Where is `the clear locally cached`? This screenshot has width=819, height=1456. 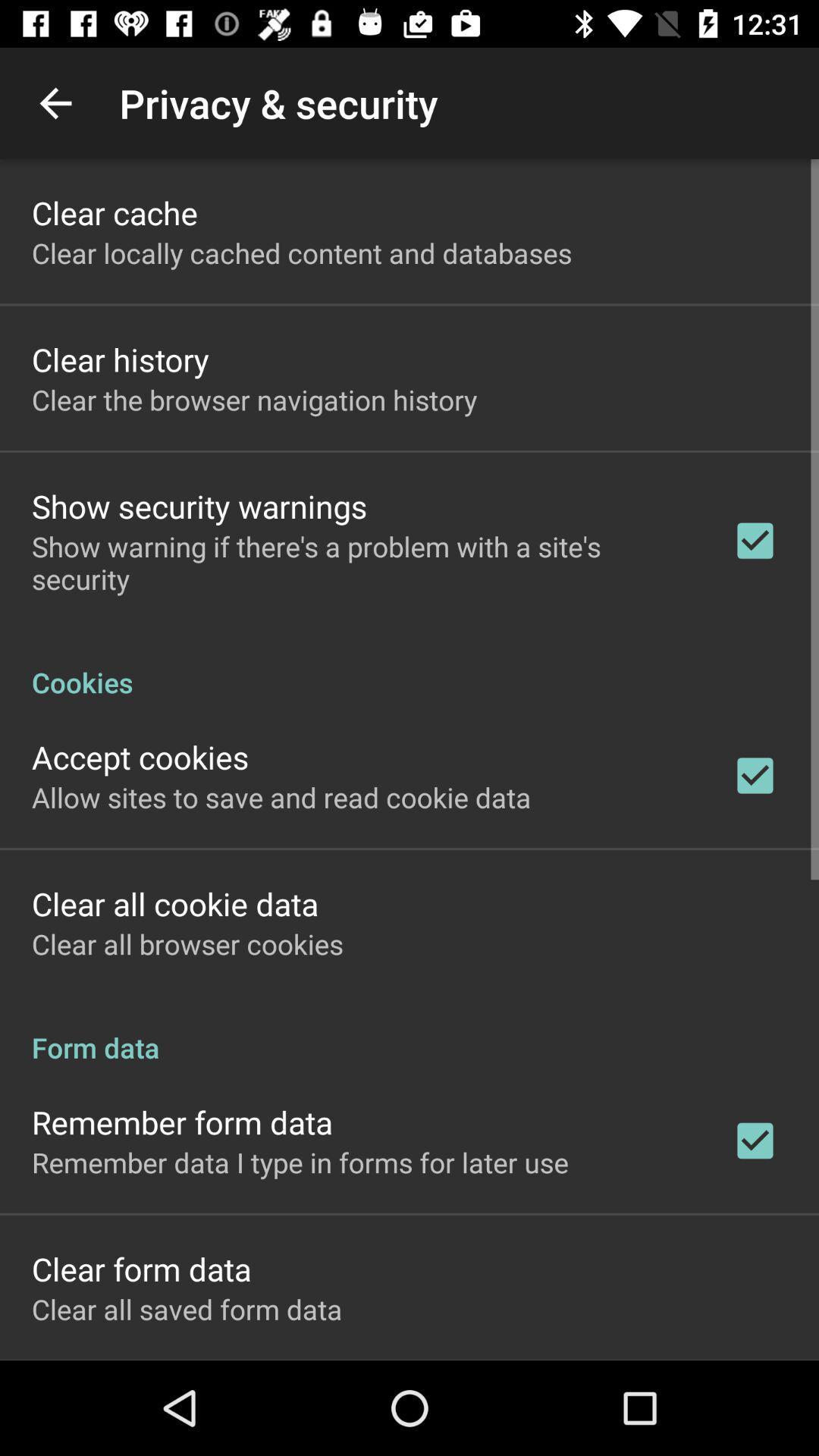 the clear locally cached is located at coordinates (302, 253).